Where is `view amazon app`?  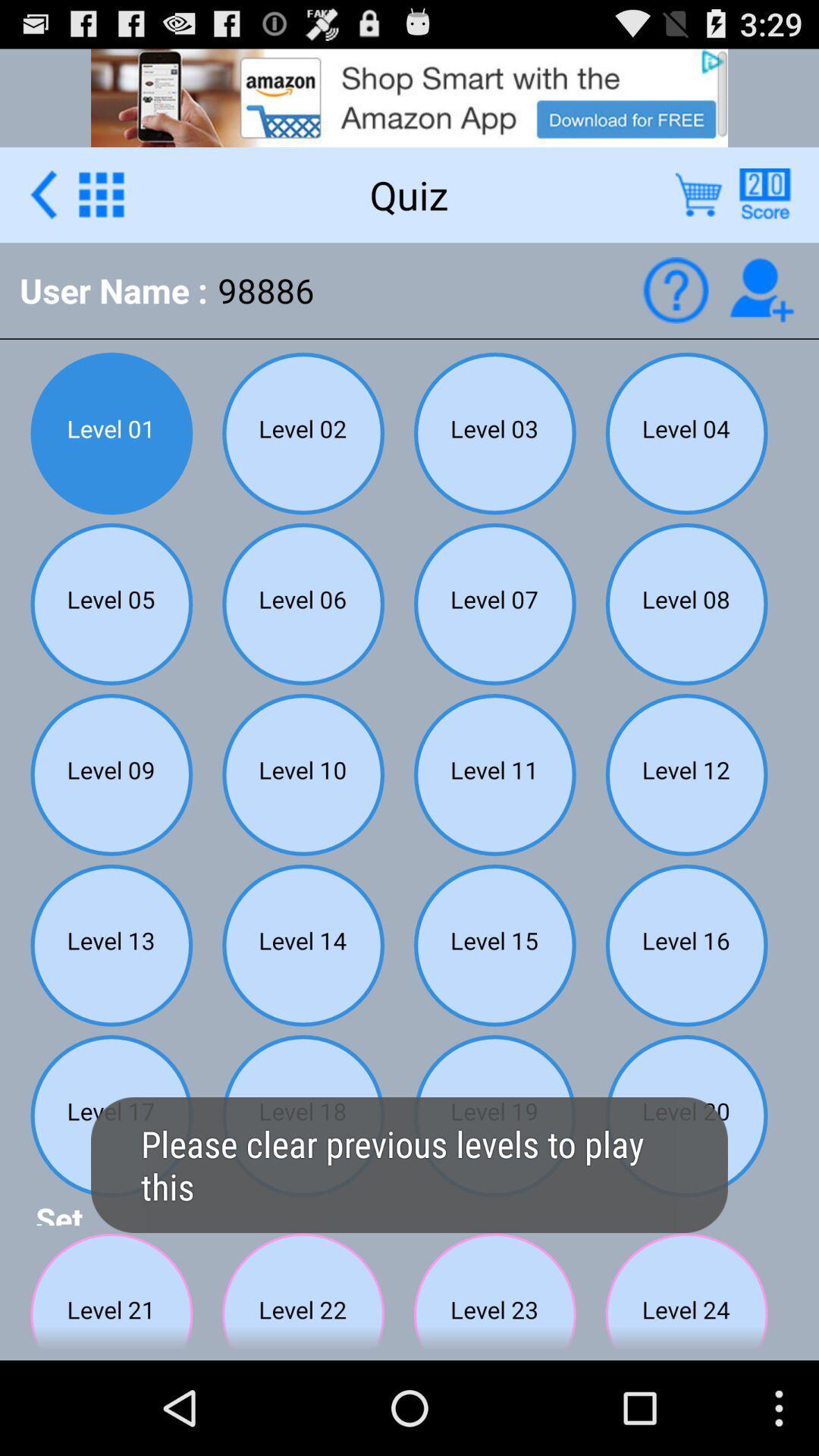 view amazon app is located at coordinates (409, 96).